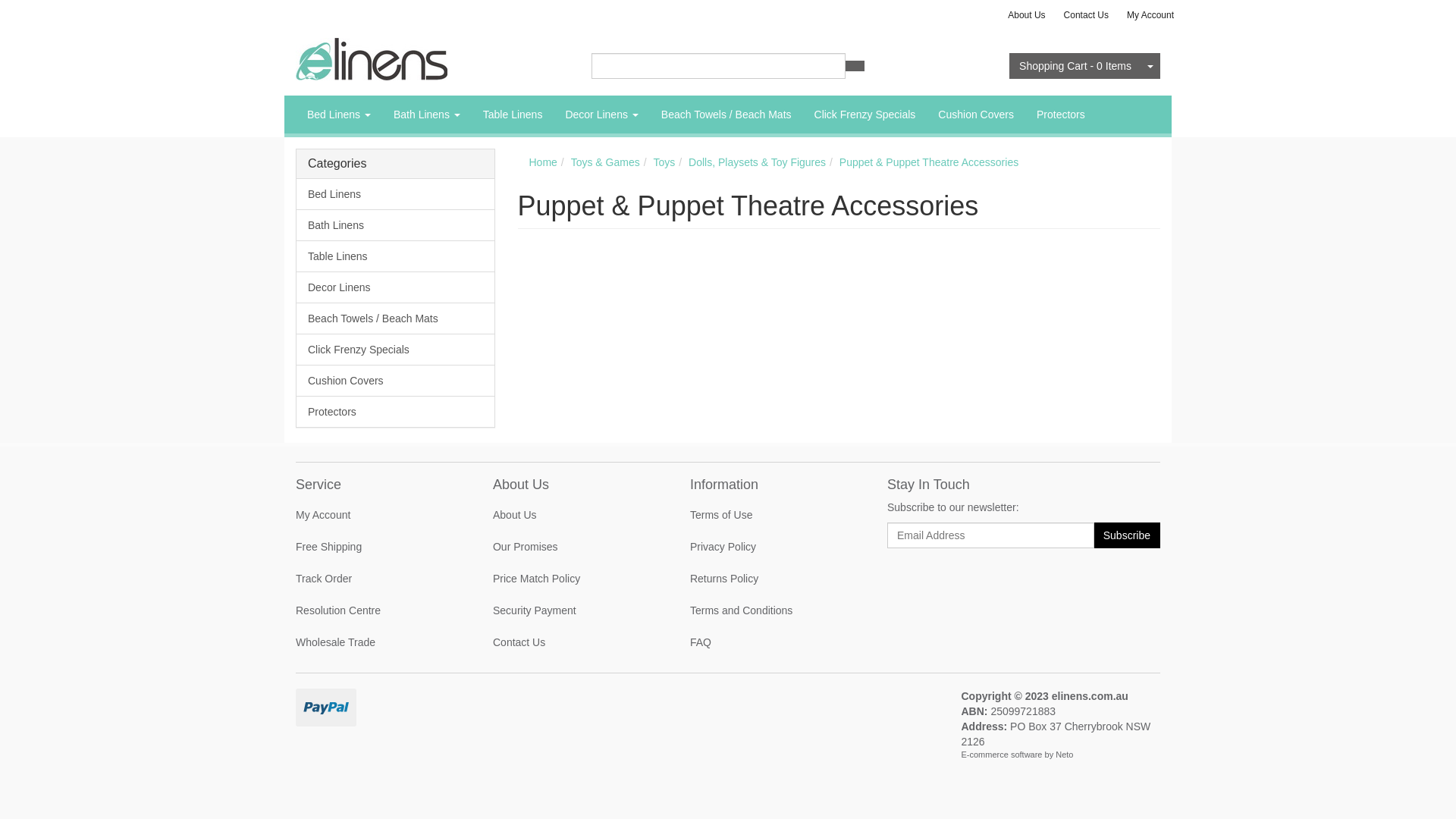  Describe the element at coordinates (771, 513) in the screenshot. I see `'Terms of Use'` at that location.